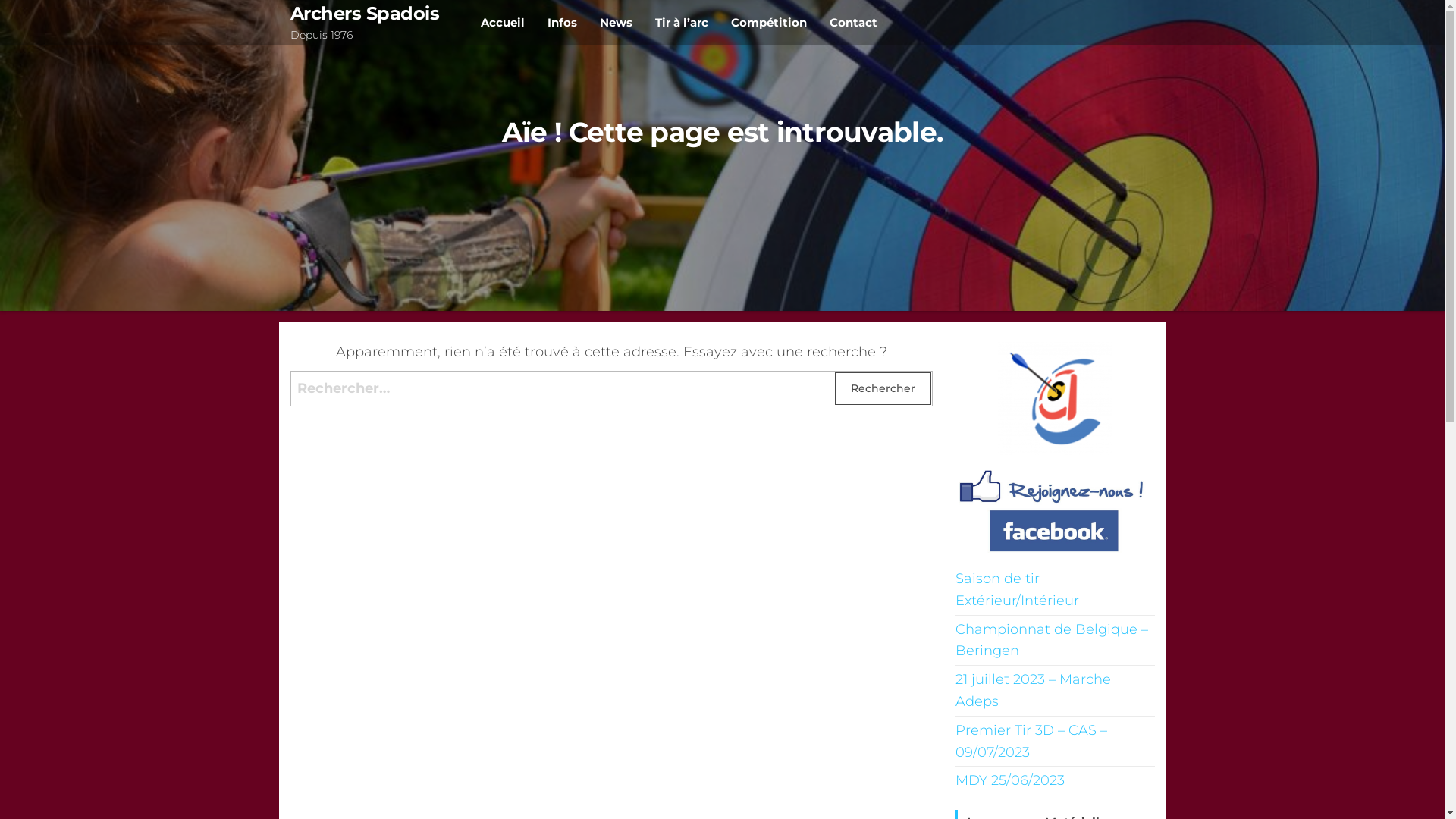  Describe the element at coordinates (616, 23) in the screenshot. I see `'News'` at that location.